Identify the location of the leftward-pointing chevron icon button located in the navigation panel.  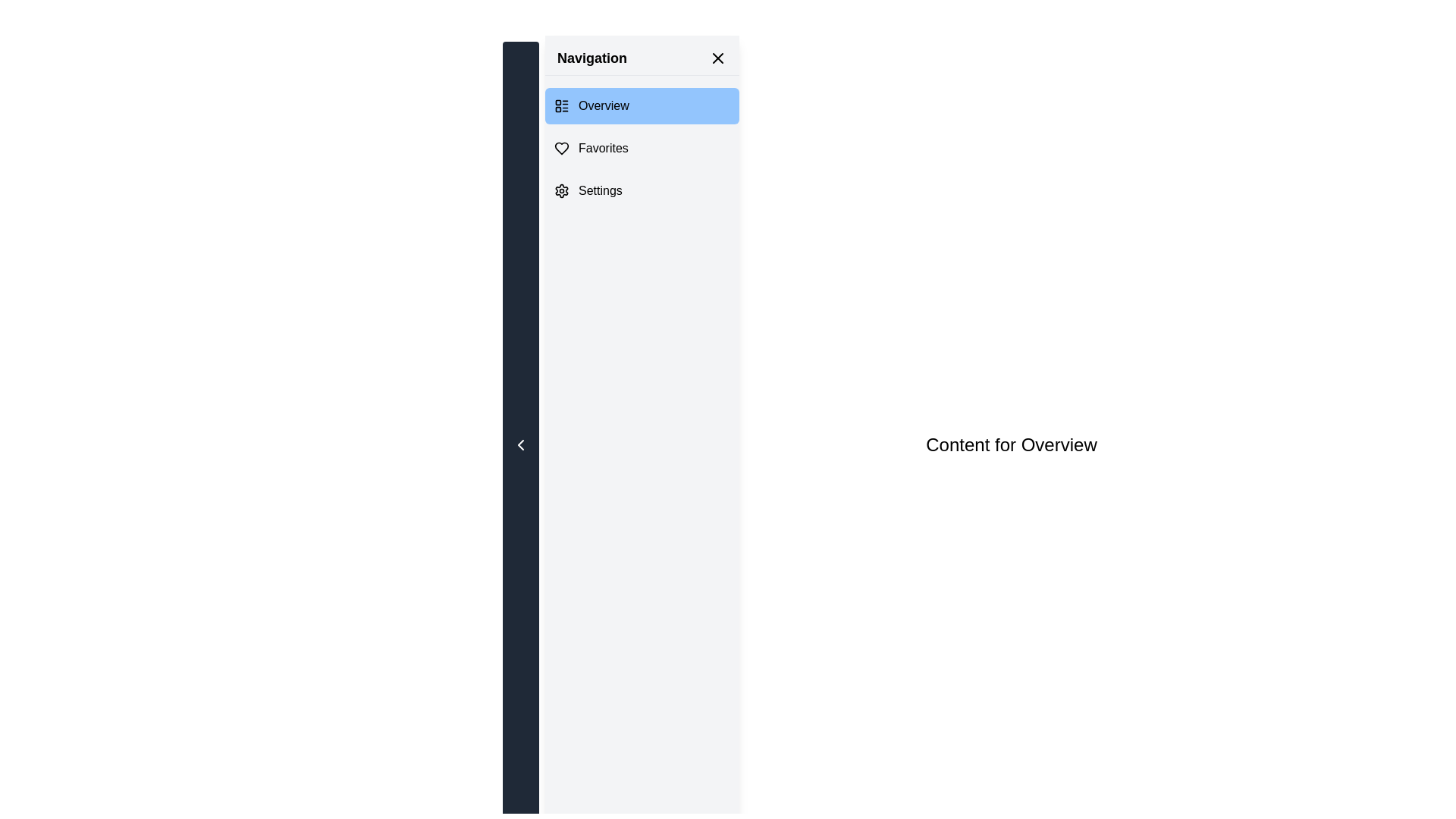
(520, 444).